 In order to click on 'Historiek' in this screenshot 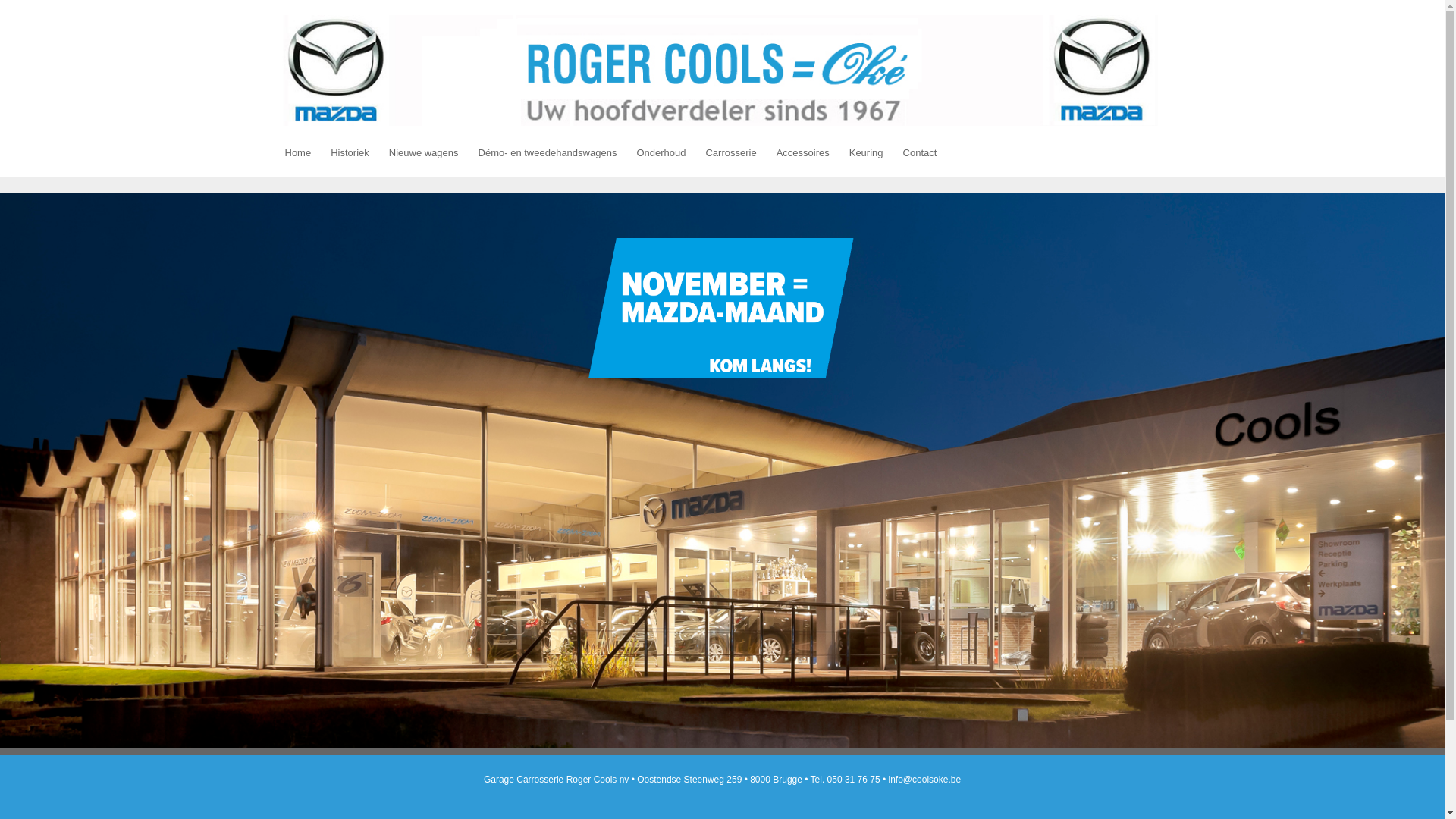, I will do `click(349, 153)`.